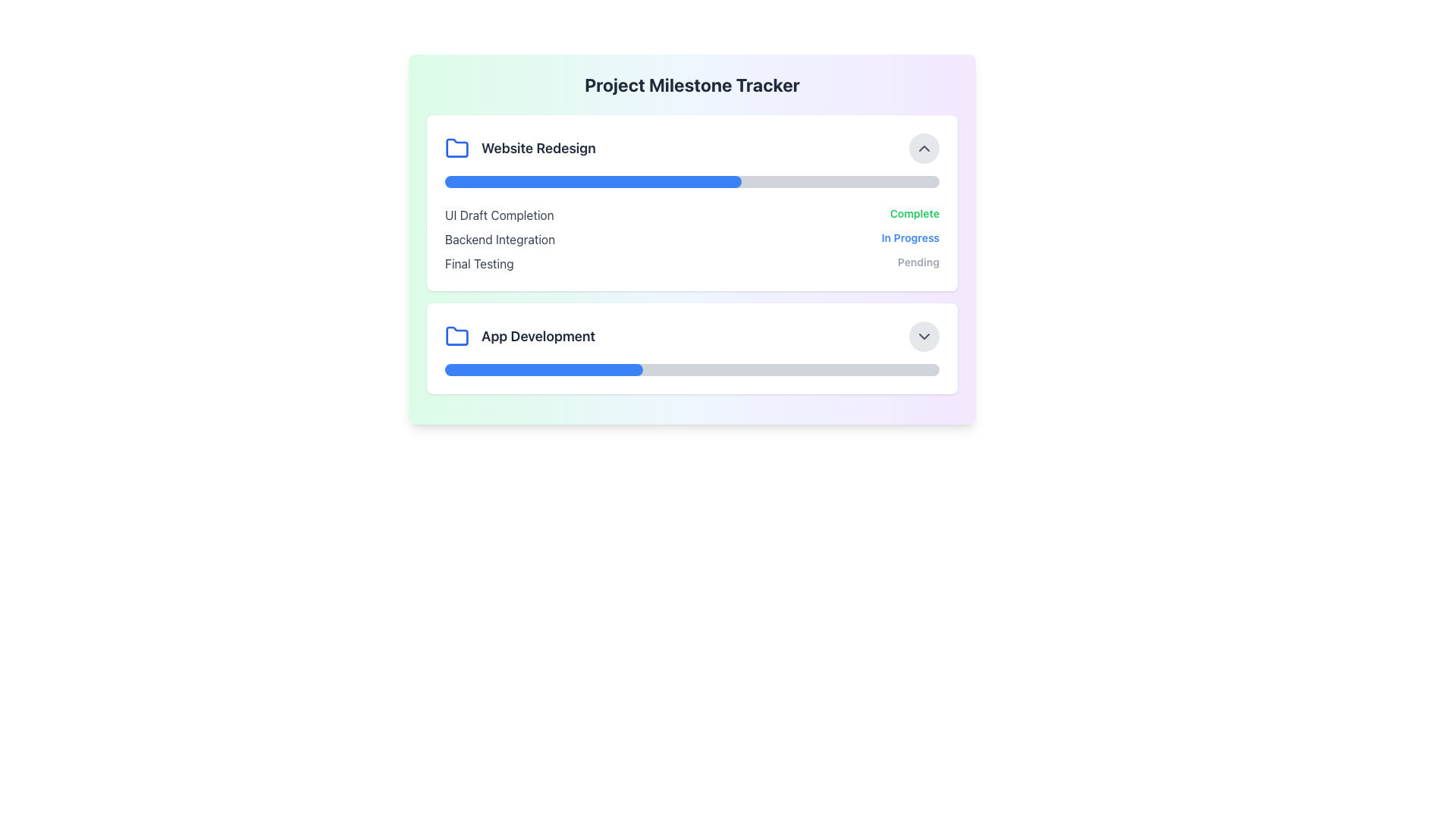  What do you see at coordinates (924, 335) in the screenshot?
I see `the Icon (Chevron Down) located in the circular button at the top-right corner of the 'App Development' section` at bounding box center [924, 335].